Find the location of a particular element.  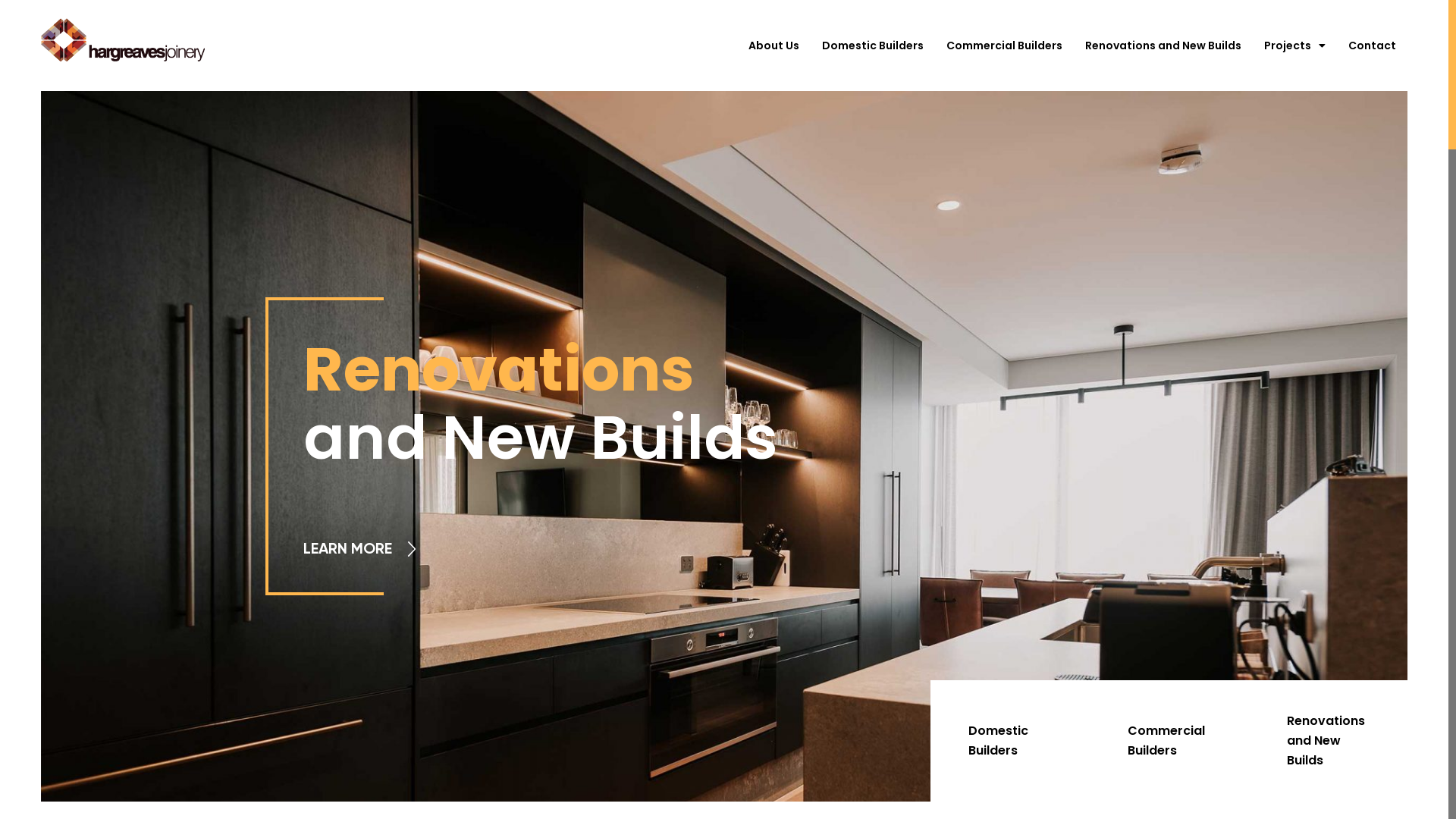

'Contact' is located at coordinates (1336, 45).